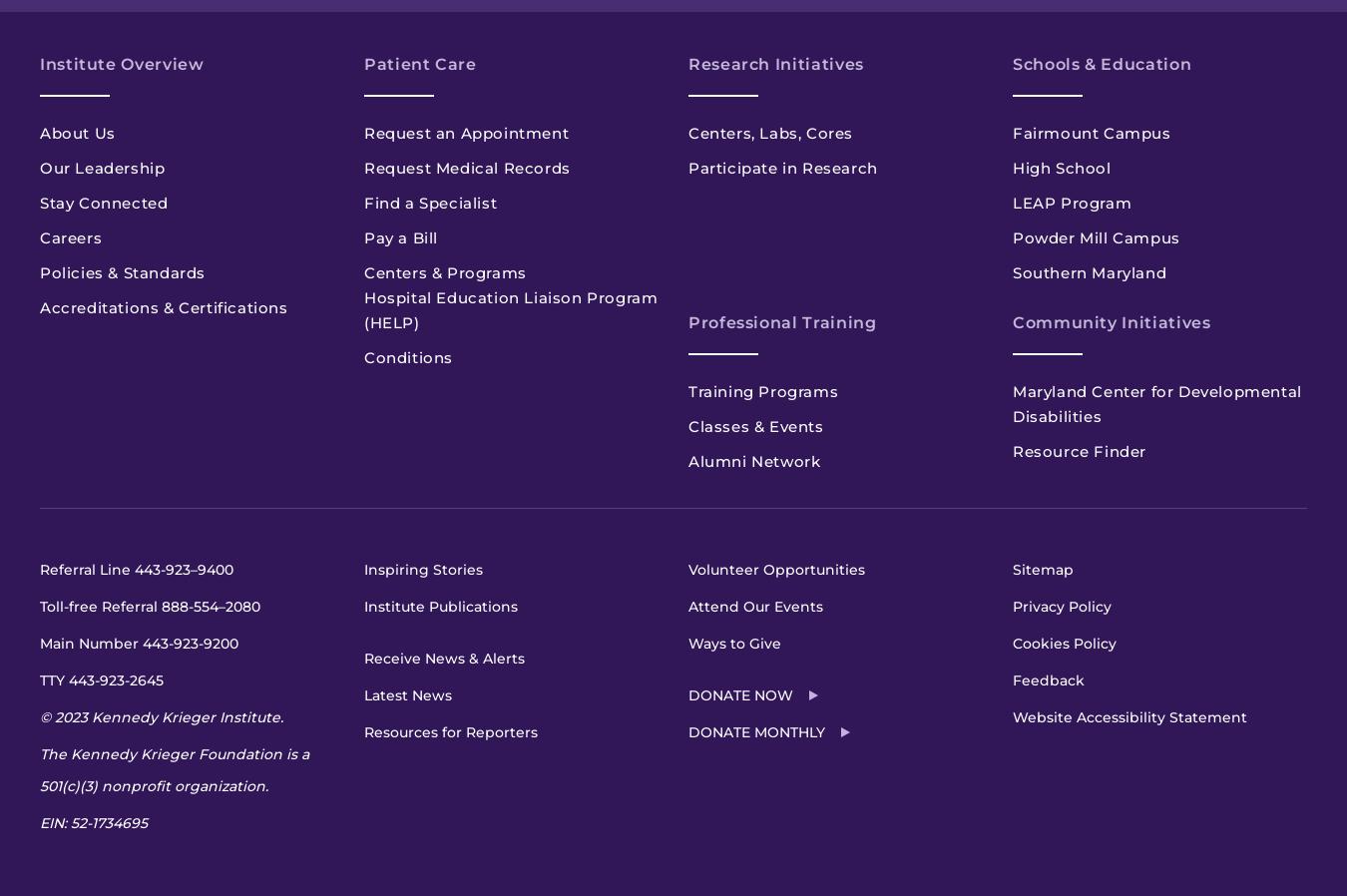  What do you see at coordinates (184, 569) in the screenshot?
I see `'443-923–9400'` at bounding box center [184, 569].